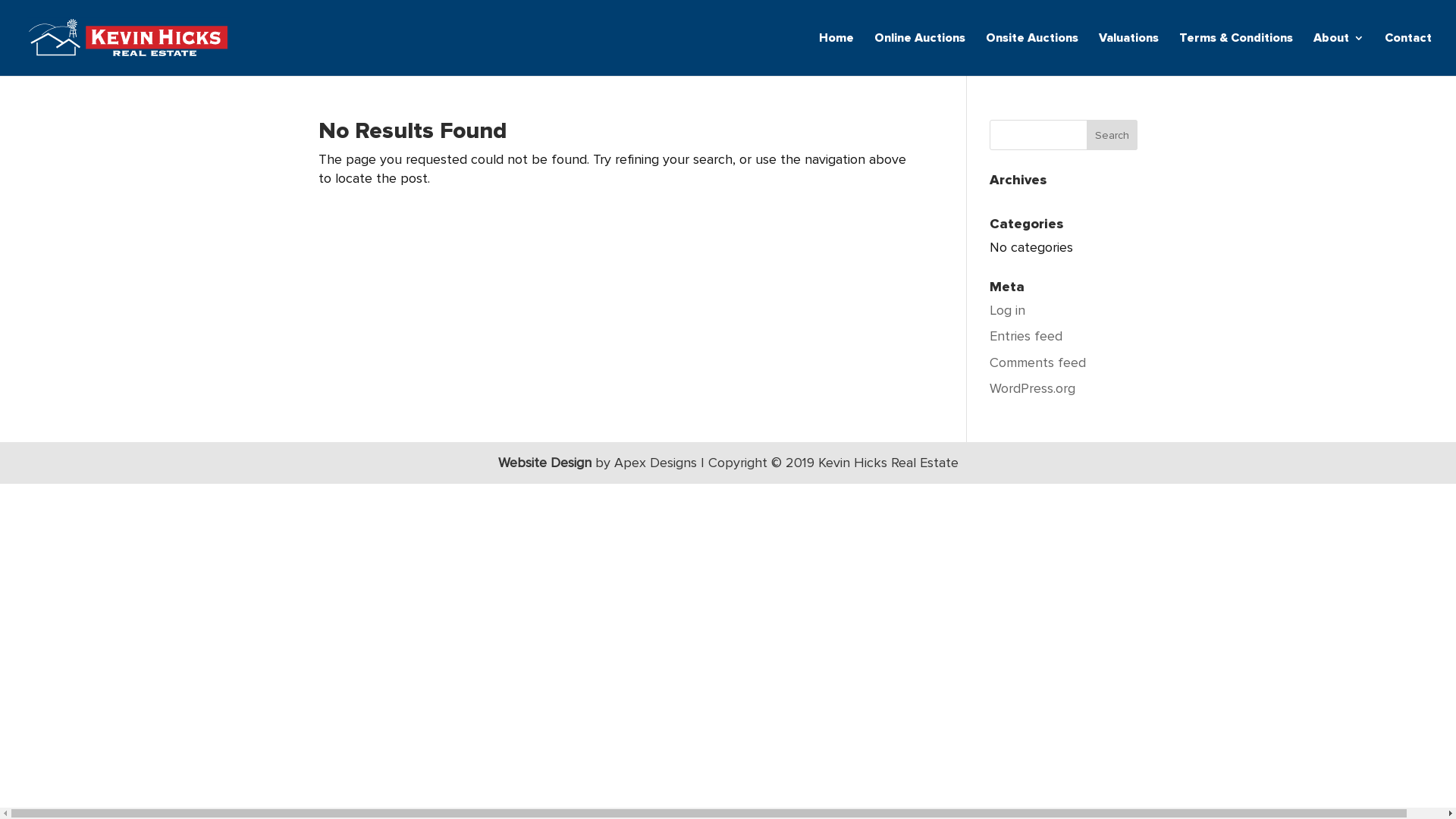  What do you see at coordinates (1031, 388) in the screenshot?
I see `'WordPress.org'` at bounding box center [1031, 388].